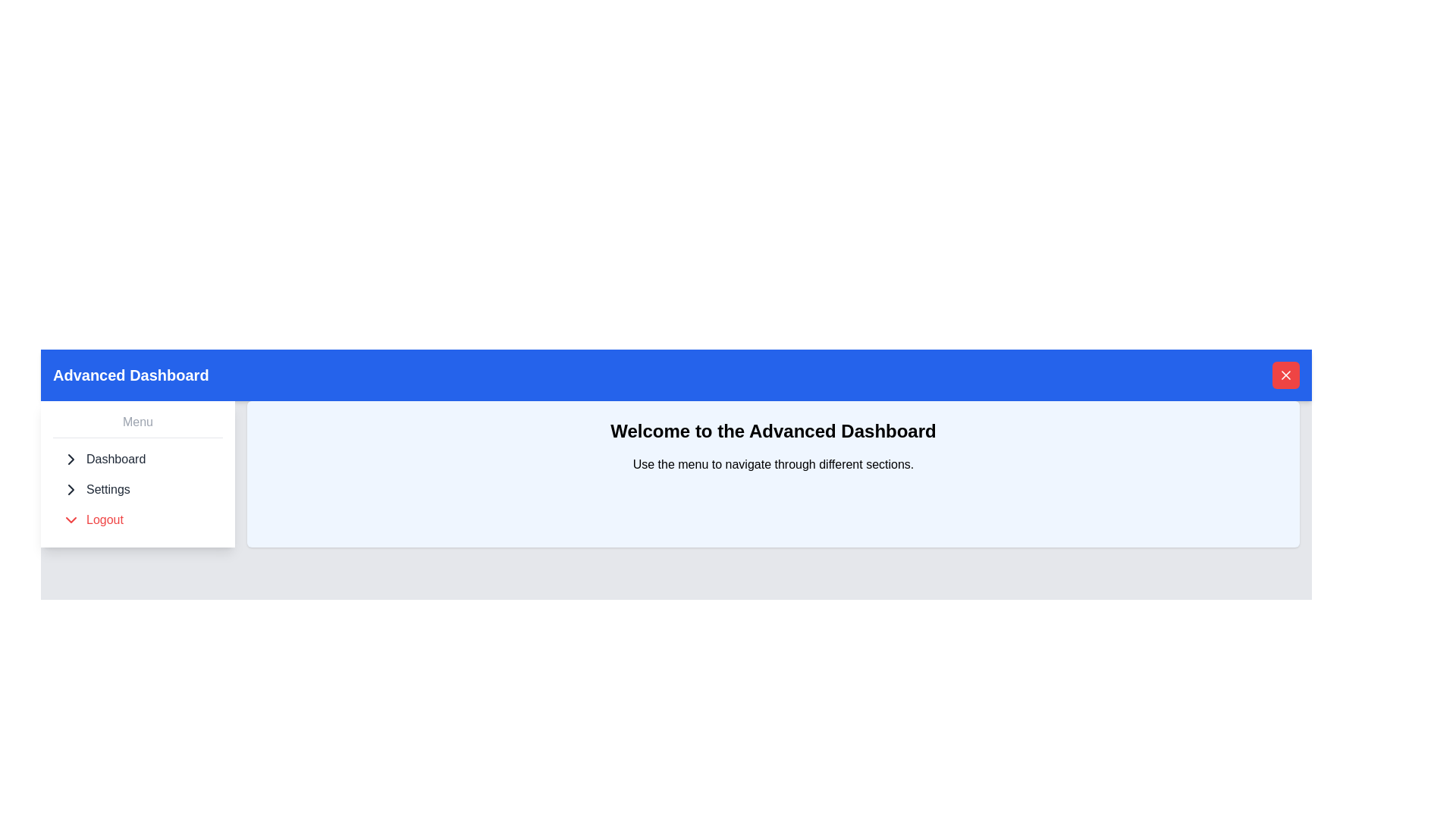 Image resolution: width=1456 pixels, height=819 pixels. What do you see at coordinates (138, 472) in the screenshot?
I see `the navigation menu item located in the left section of the interface` at bounding box center [138, 472].